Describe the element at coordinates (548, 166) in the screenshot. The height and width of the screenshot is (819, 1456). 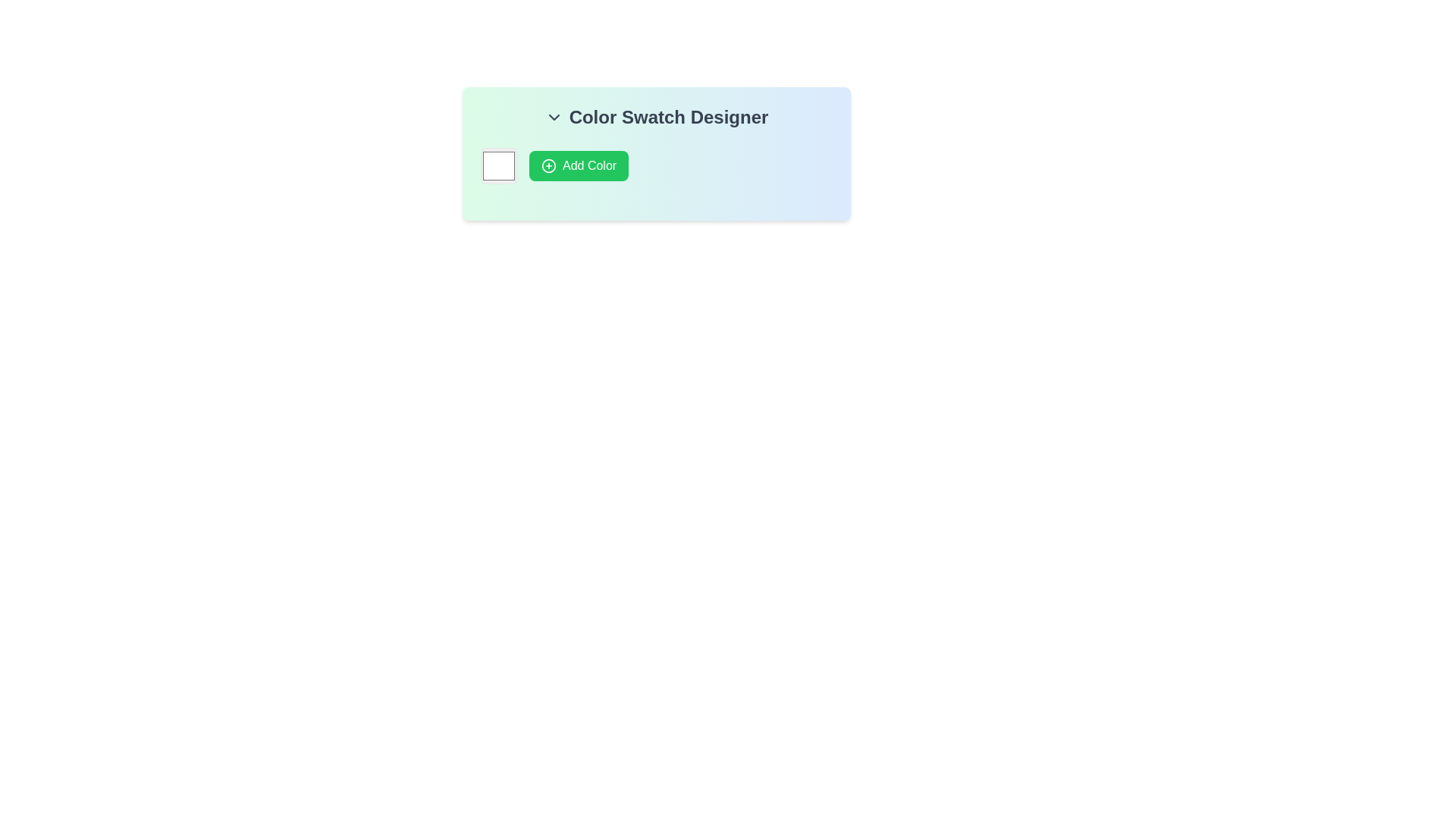
I see `the circular icon within the green button labeled 'Add Color', which is positioned centrally inside the button` at that location.